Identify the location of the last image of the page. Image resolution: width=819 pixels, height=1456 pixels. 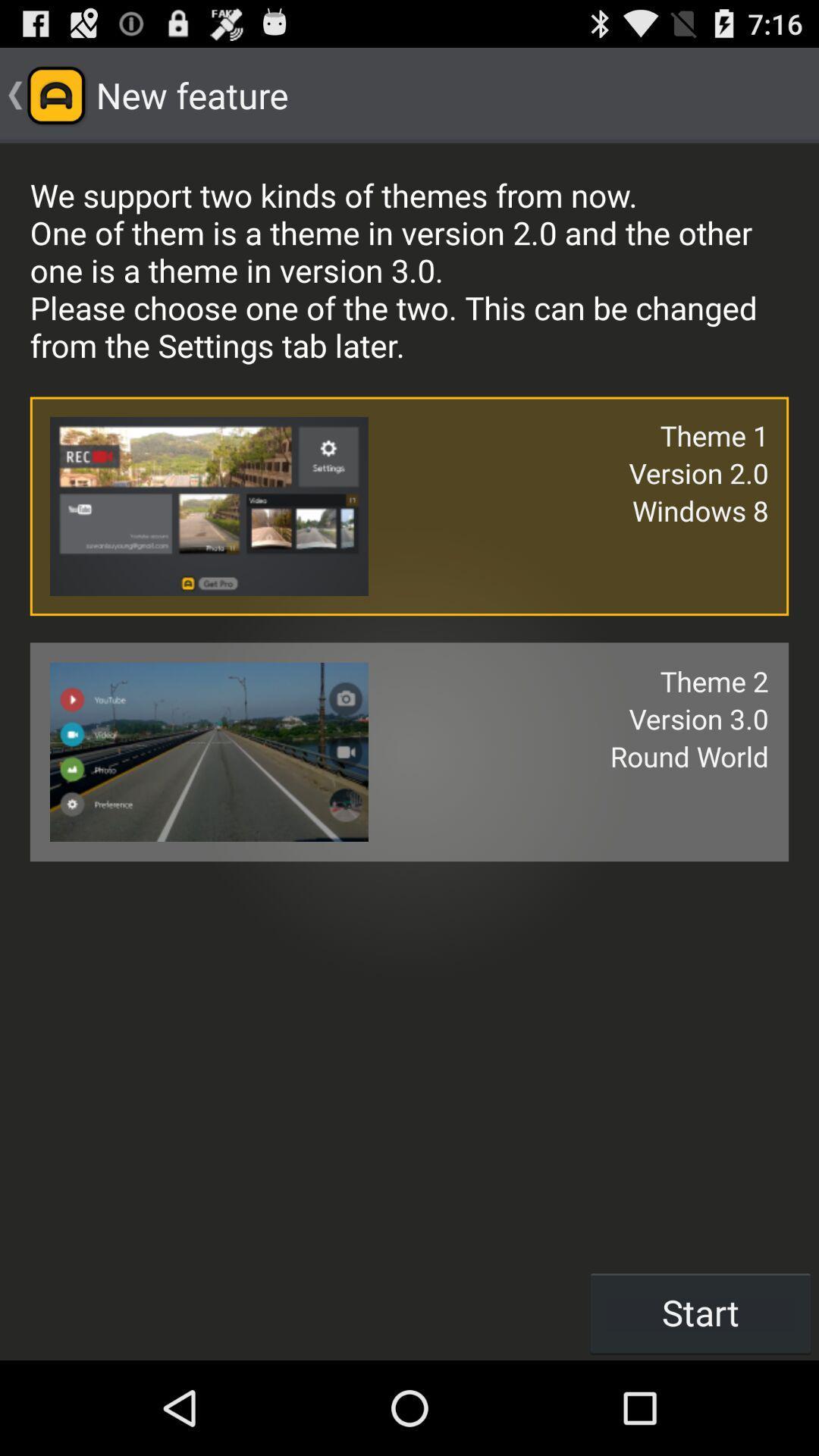
(209, 752).